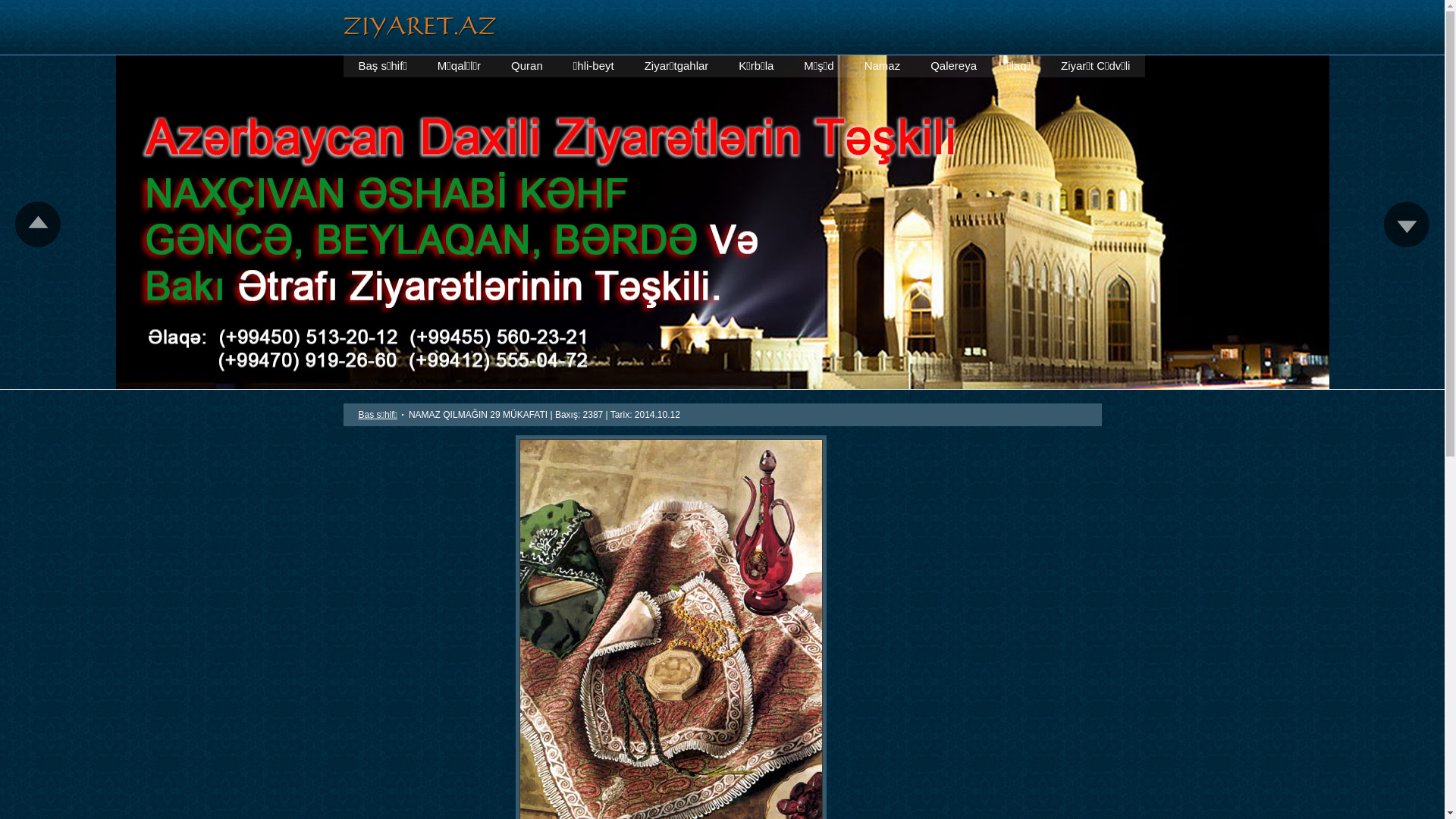 This screenshot has height=819, width=1456. Describe the element at coordinates (882, 65) in the screenshot. I see `'Namaz'` at that location.